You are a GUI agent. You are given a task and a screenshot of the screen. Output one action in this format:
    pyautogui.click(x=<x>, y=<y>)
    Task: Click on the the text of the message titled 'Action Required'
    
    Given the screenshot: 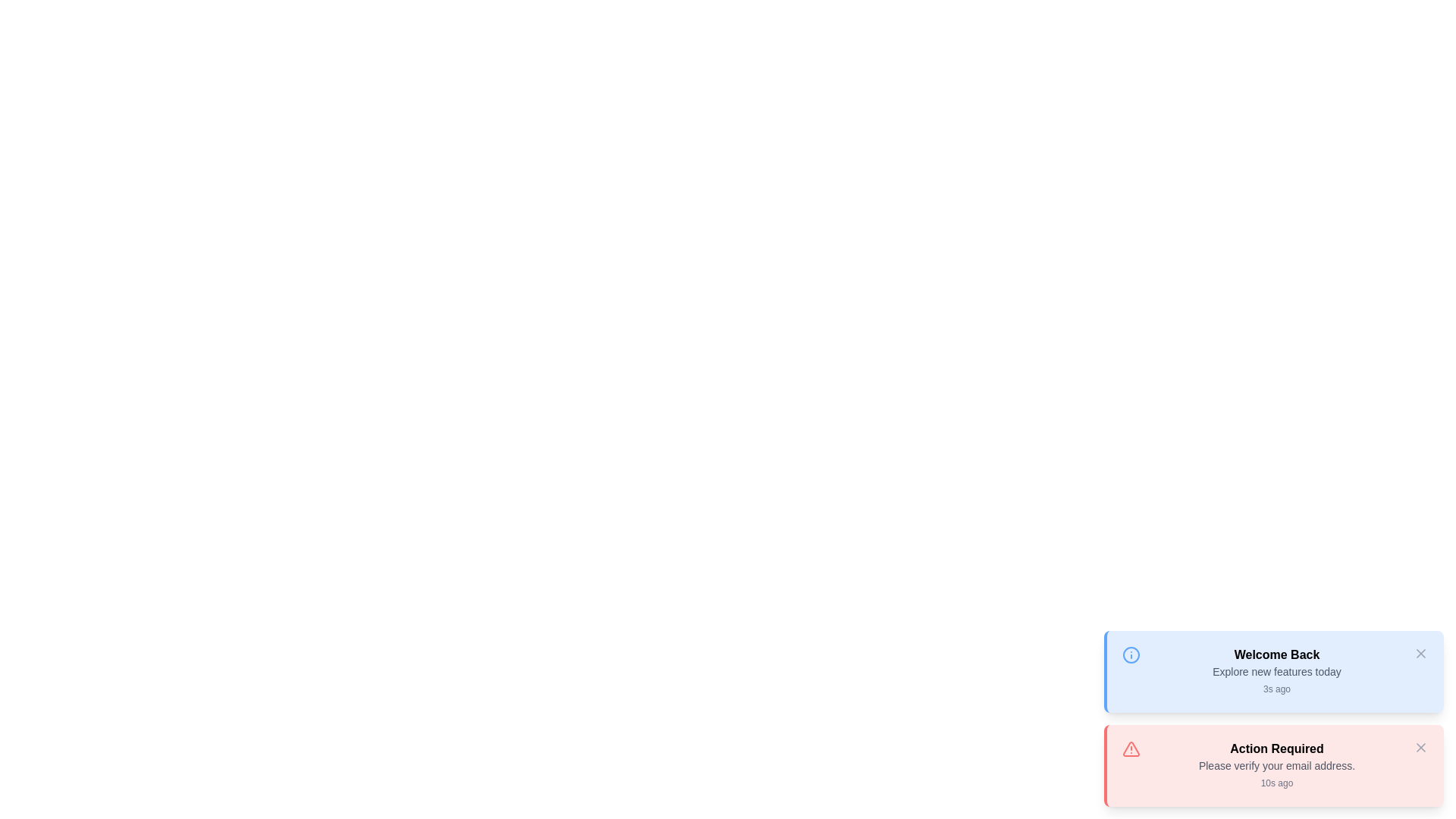 What is the action you would take?
    pyautogui.click(x=1276, y=748)
    